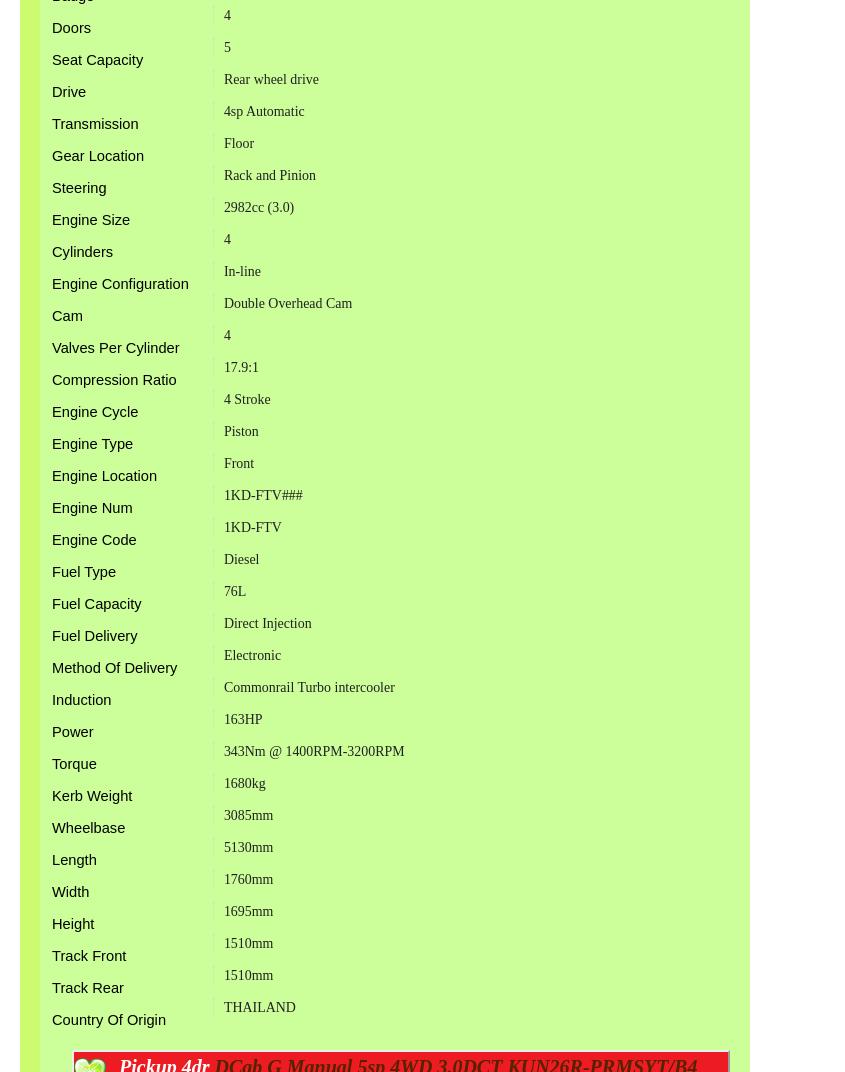 Image resolution: width=845 pixels, height=1072 pixels. I want to click on 'Direct Injection', so click(267, 622).